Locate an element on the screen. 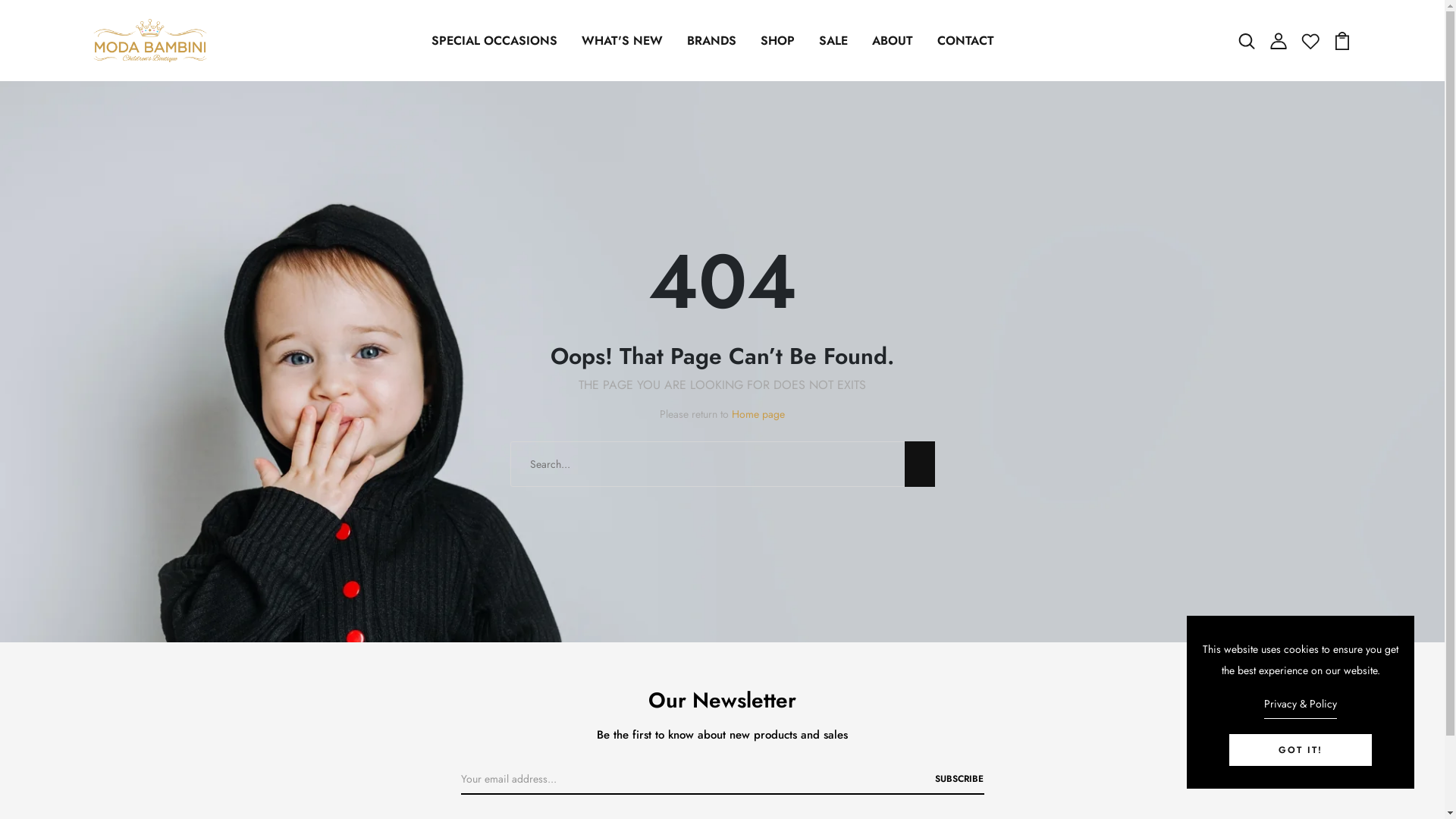 The height and width of the screenshot is (819, 1456). 'CONTACT' is located at coordinates (930, 40).